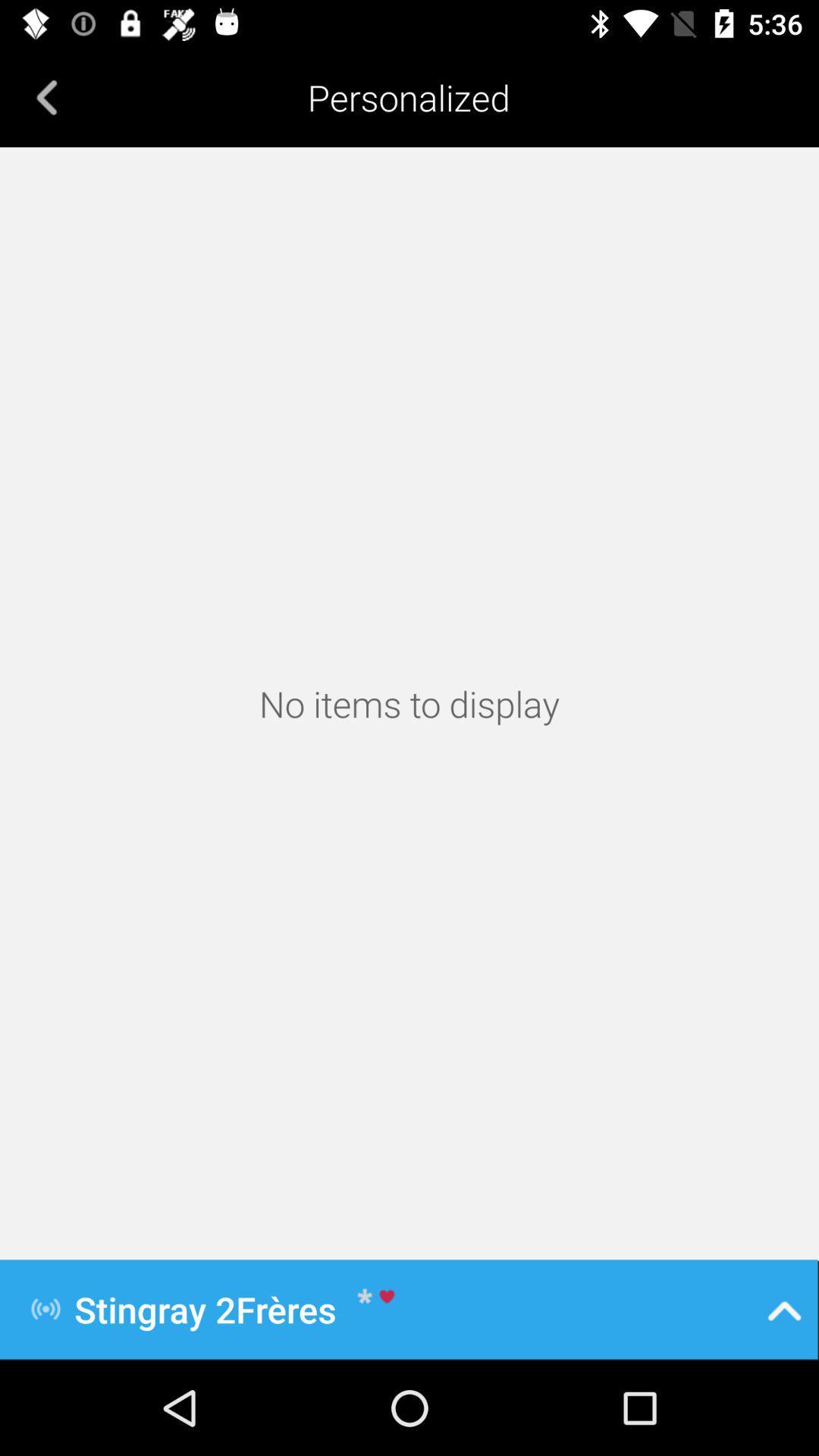 This screenshot has width=819, height=1456. Describe the element at coordinates (46, 96) in the screenshot. I see `the arrow_backward icon` at that location.